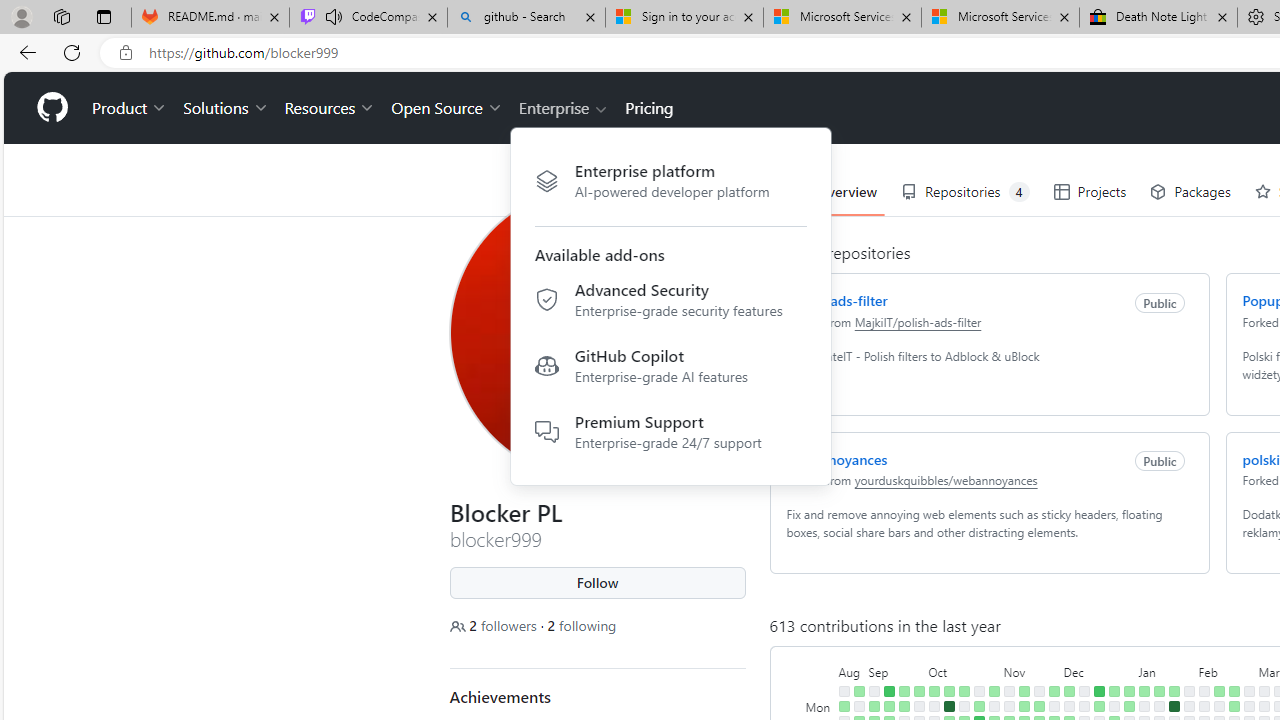  Describe the element at coordinates (1247, 690) in the screenshot. I see `'No contributions on February 25th.'` at that location.